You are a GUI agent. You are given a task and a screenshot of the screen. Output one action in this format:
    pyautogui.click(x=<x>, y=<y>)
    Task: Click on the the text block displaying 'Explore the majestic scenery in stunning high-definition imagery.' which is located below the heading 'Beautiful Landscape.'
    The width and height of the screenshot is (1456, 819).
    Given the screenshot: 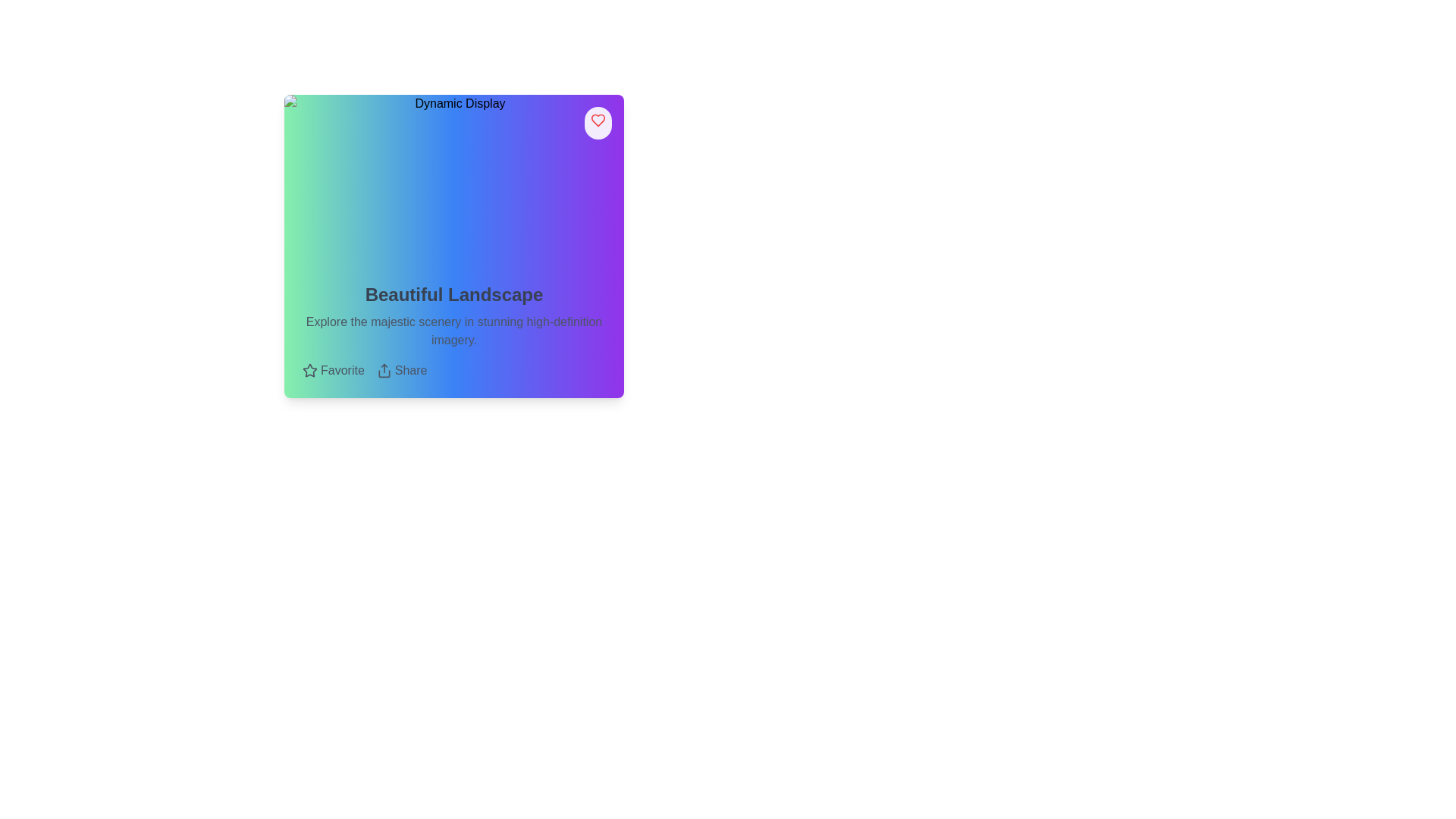 What is the action you would take?
    pyautogui.click(x=453, y=330)
    